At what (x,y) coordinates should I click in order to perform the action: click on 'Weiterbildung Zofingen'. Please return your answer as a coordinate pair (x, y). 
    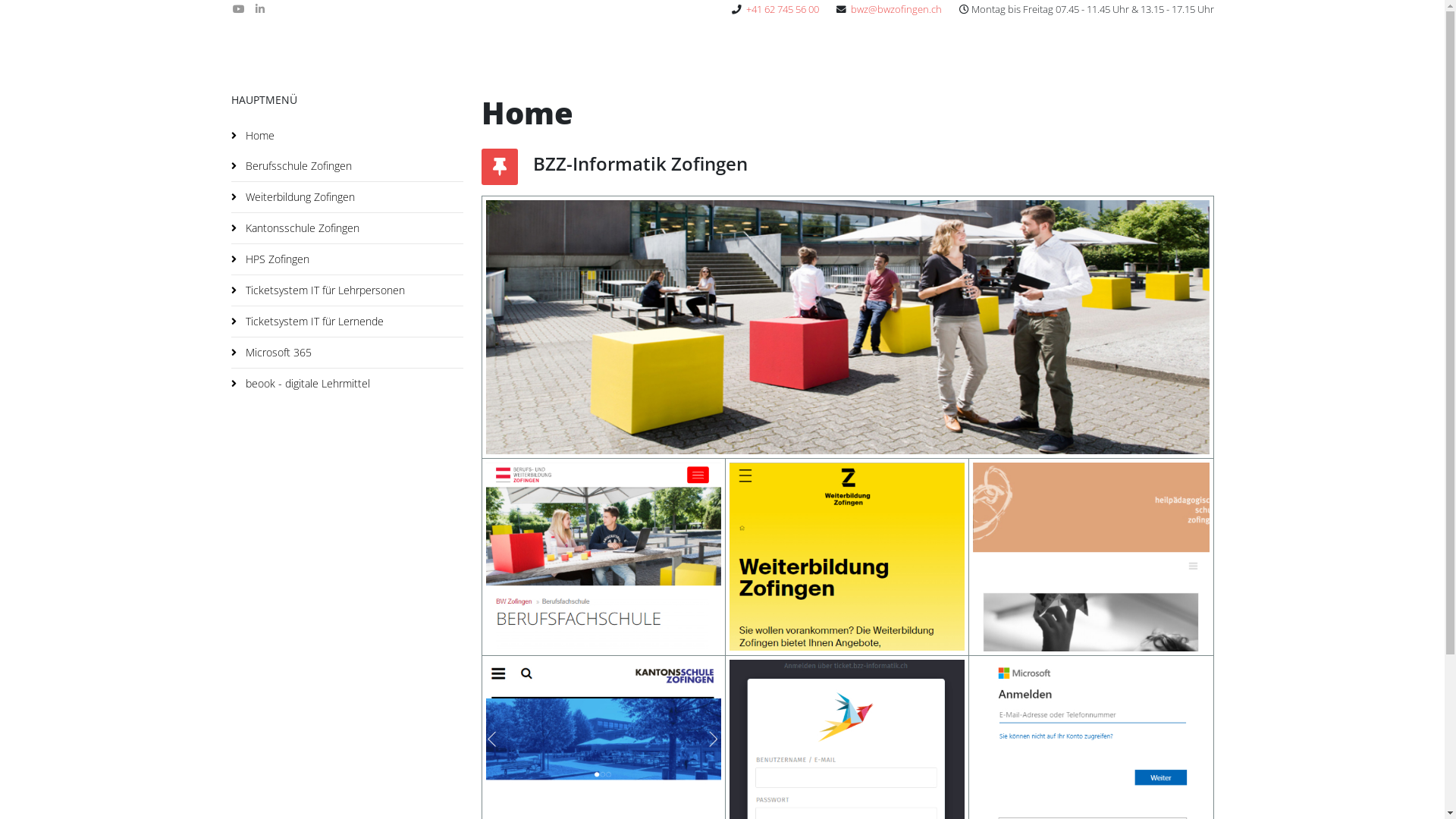
    Looking at the image, I should click on (345, 196).